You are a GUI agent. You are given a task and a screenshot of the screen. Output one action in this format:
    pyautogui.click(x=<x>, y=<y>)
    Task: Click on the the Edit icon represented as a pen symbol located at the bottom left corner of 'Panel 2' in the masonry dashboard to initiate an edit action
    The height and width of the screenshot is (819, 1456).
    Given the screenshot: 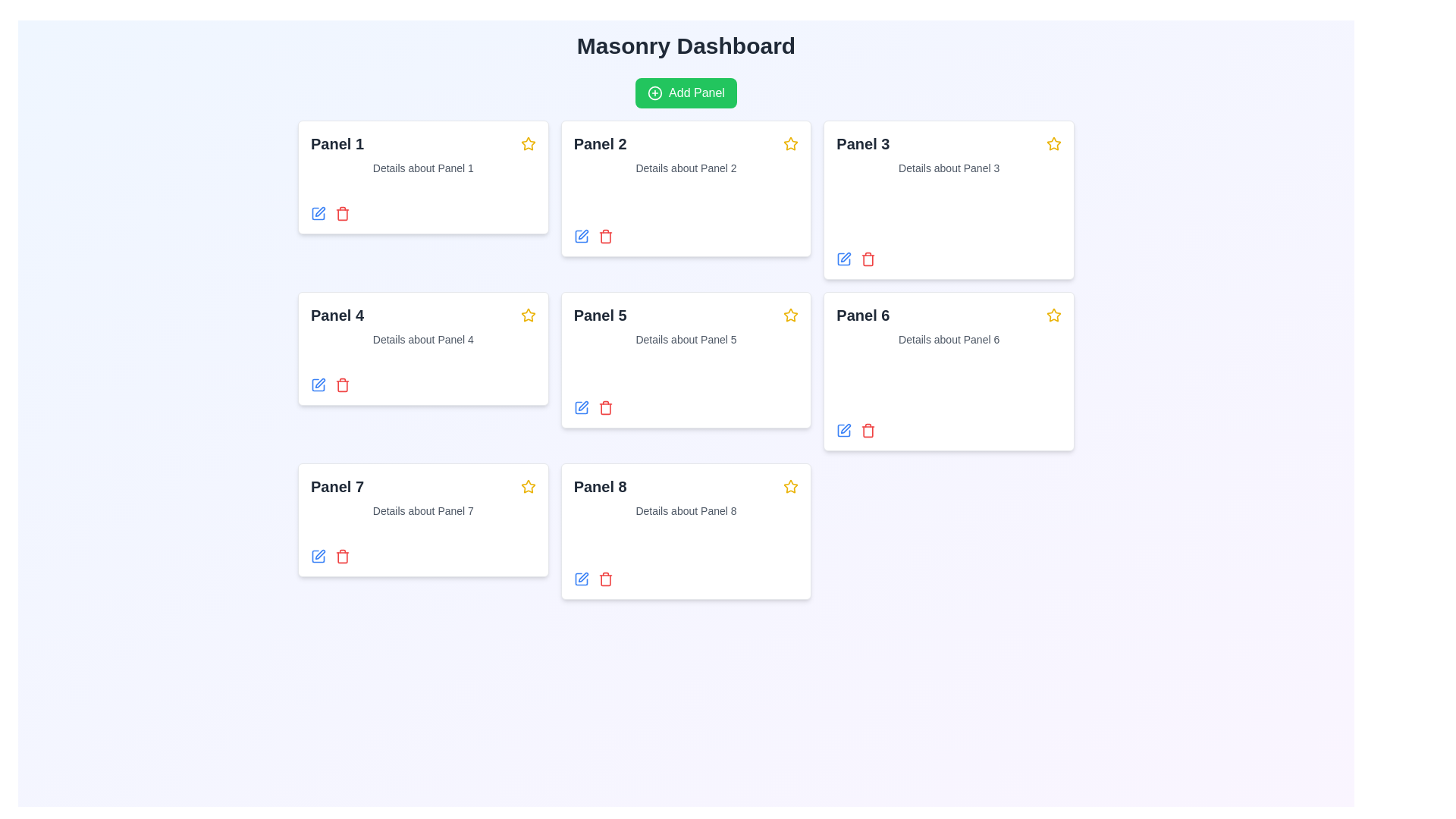 What is the action you would take?
    pyautogui.click(x=582, y=234)
    